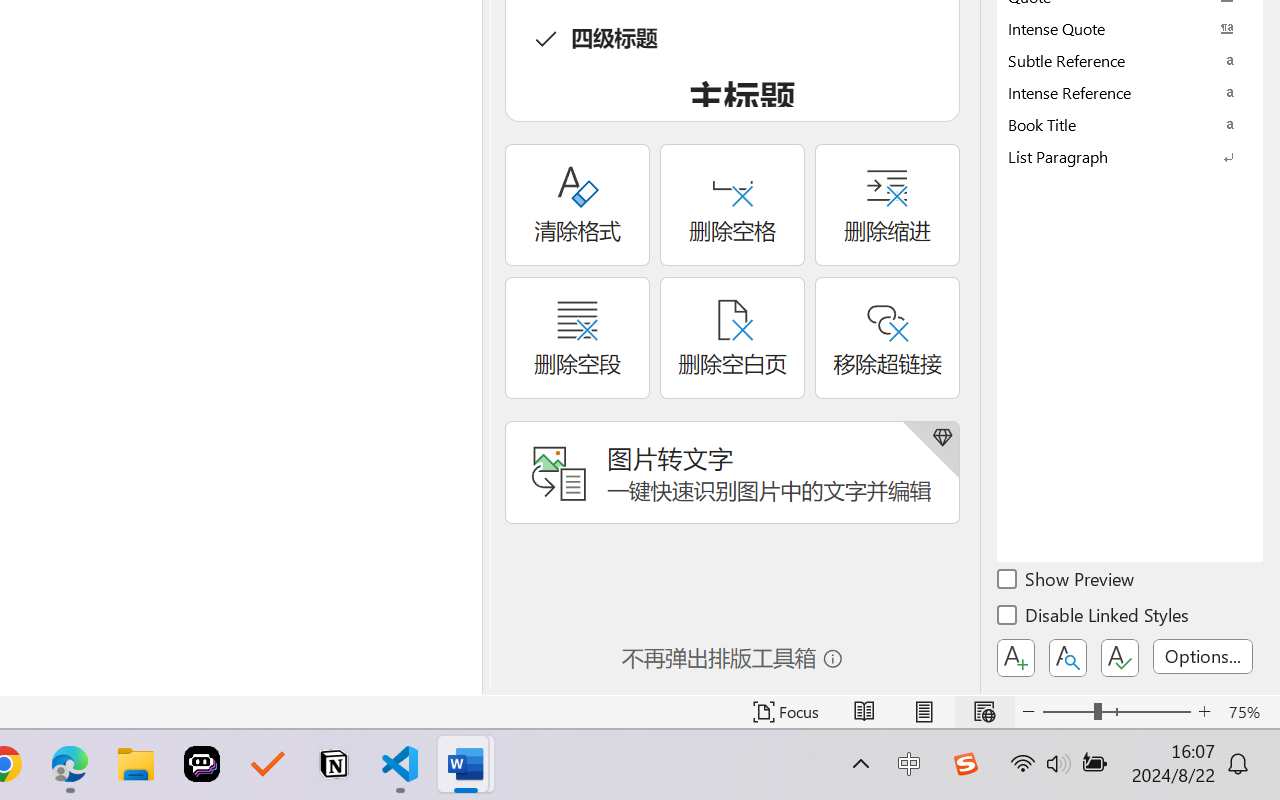 The height and width of the screenshot is (800, 1280). Describe the element at coordinates (785, 711) in the screenshot. I see `'Focus '` at that location.